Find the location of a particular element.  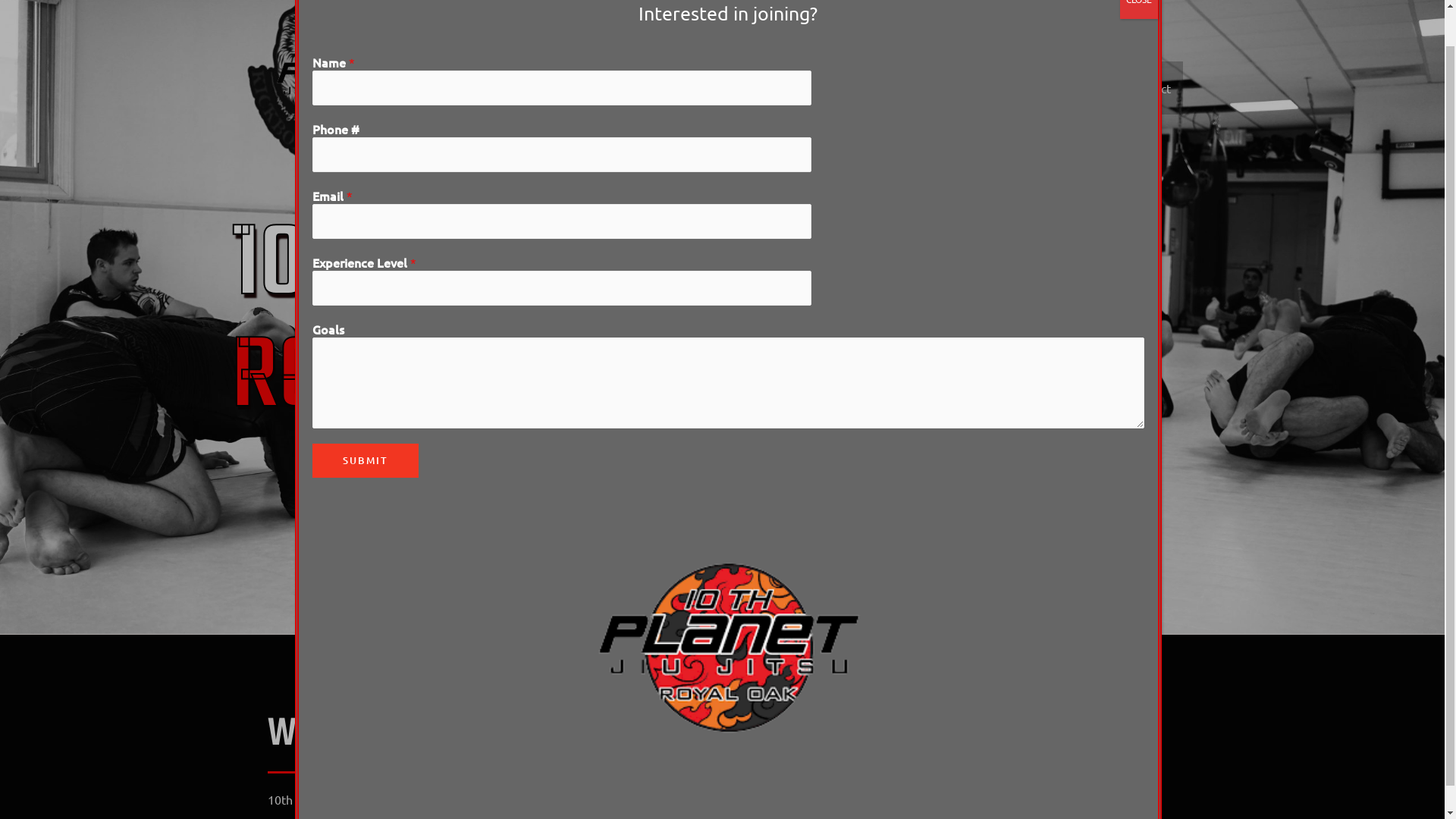

'Classes' is located at coordinates (949, 87).